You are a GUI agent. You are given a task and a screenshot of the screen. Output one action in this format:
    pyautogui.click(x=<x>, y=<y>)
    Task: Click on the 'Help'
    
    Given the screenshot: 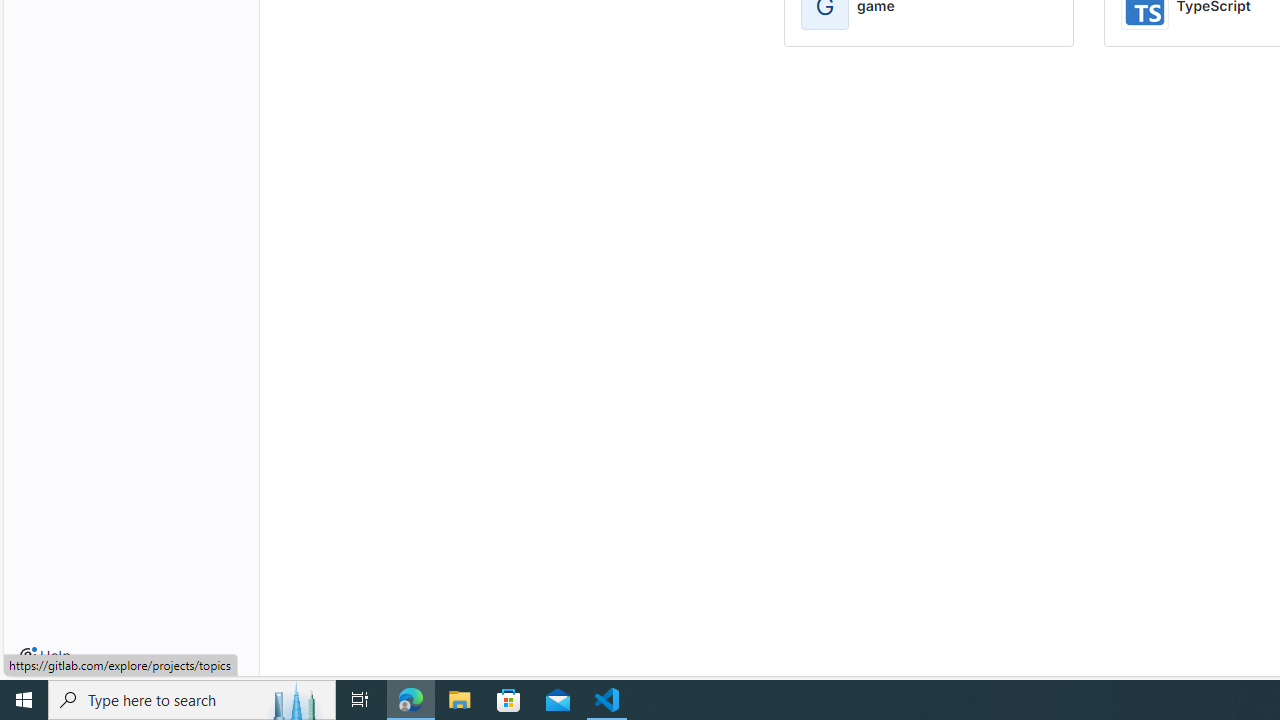 What is the action you would take?
    pyautogui.click(x=45, y=655)
    